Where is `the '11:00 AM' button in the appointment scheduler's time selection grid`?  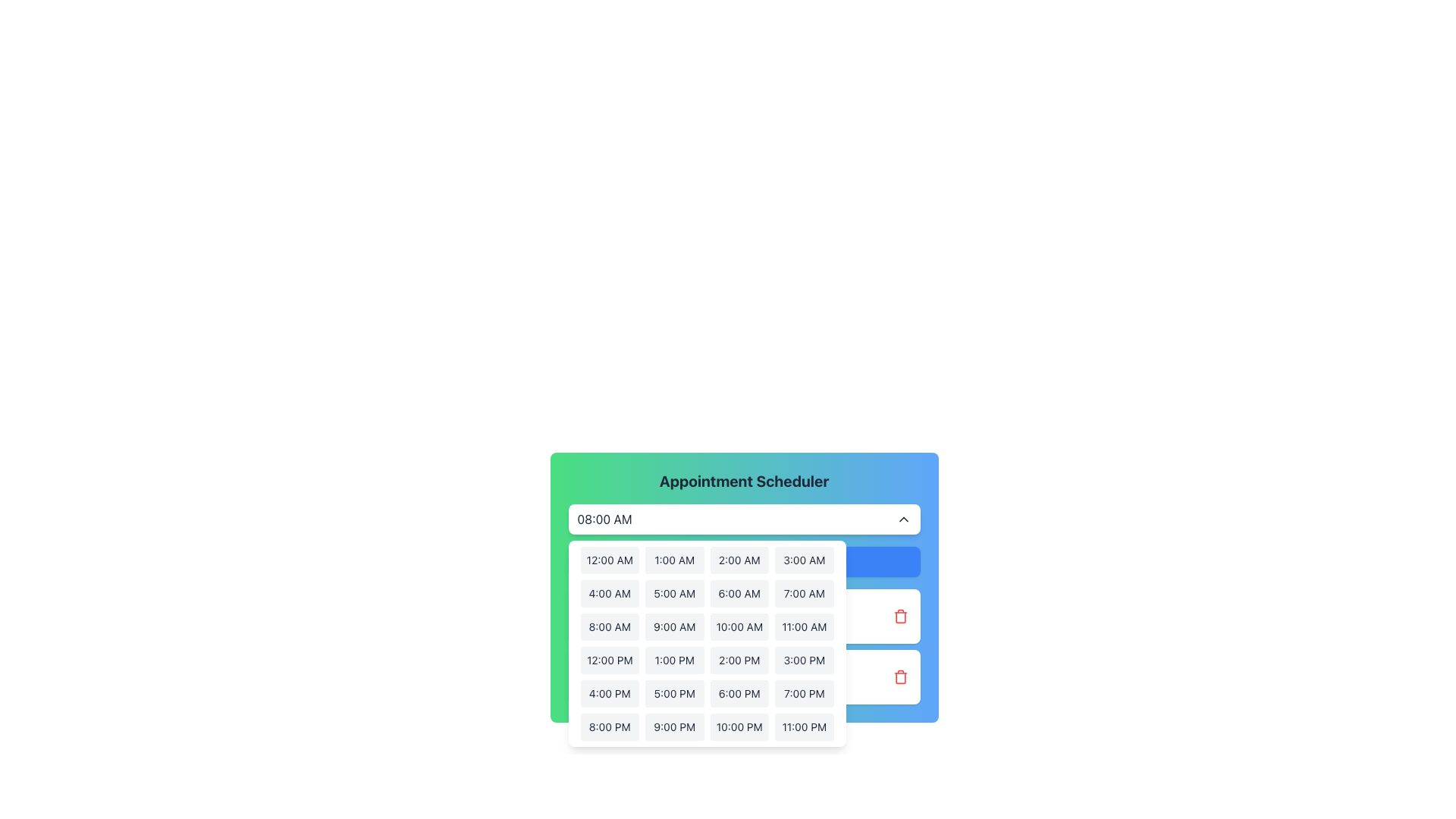 the '11:00 AM' button in the appointment scheduler's time selection grid is located at coordinates (803, 626).